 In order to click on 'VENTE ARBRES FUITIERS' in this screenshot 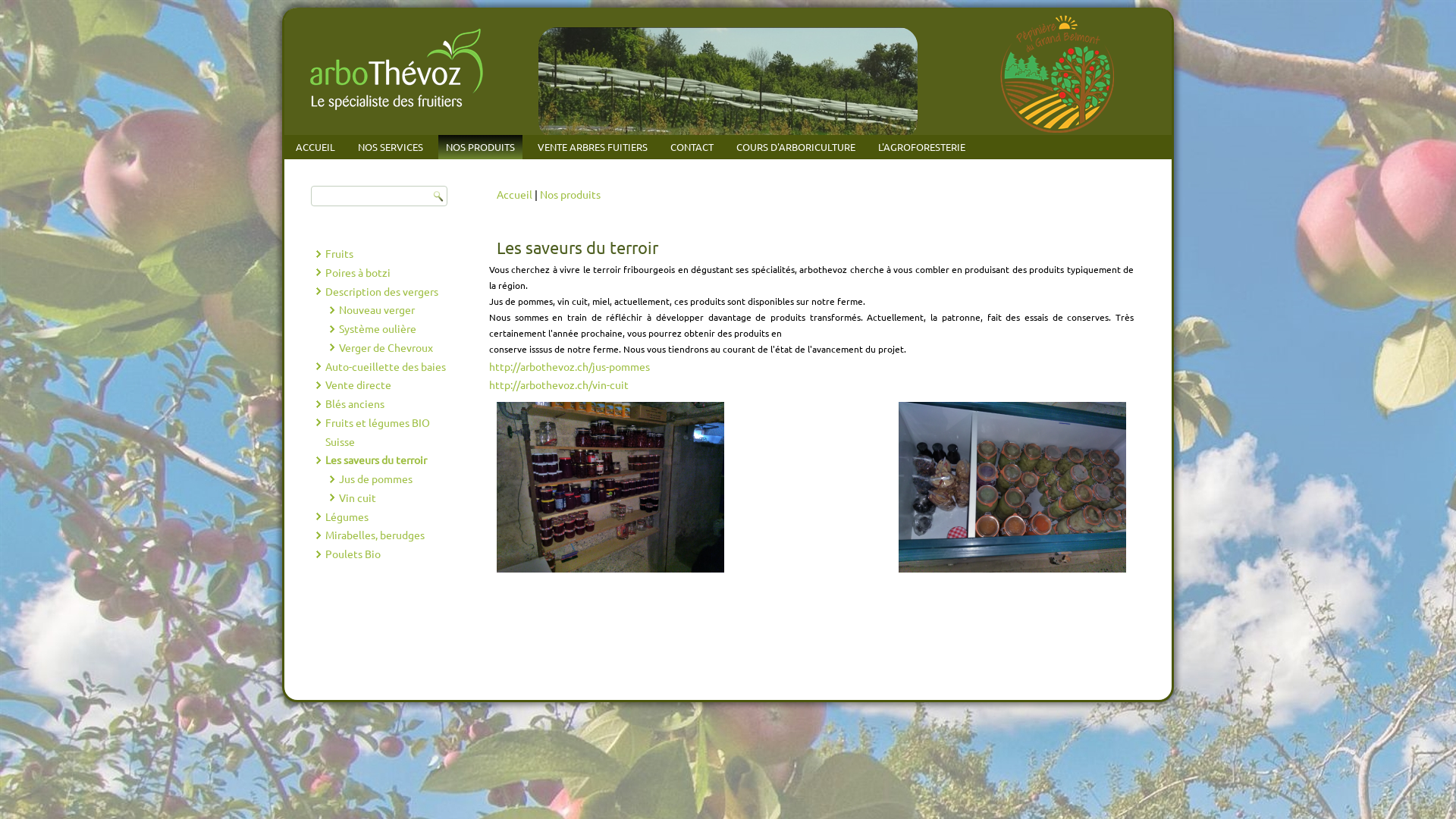, I will do `click(591, 146)`.